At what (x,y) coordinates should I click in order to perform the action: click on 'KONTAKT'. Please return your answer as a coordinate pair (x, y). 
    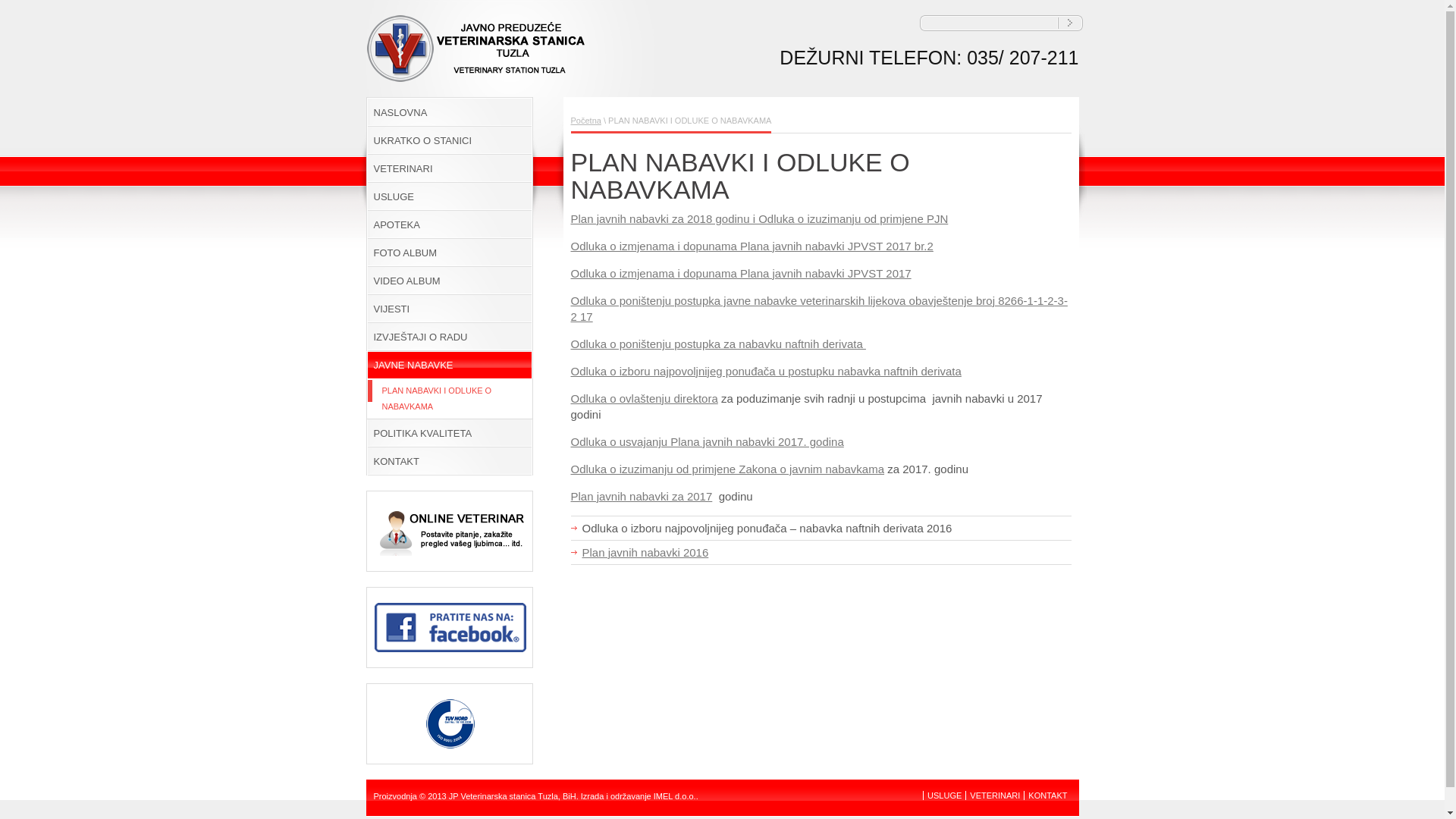
    Looking at the image, I should click on (447, 460).